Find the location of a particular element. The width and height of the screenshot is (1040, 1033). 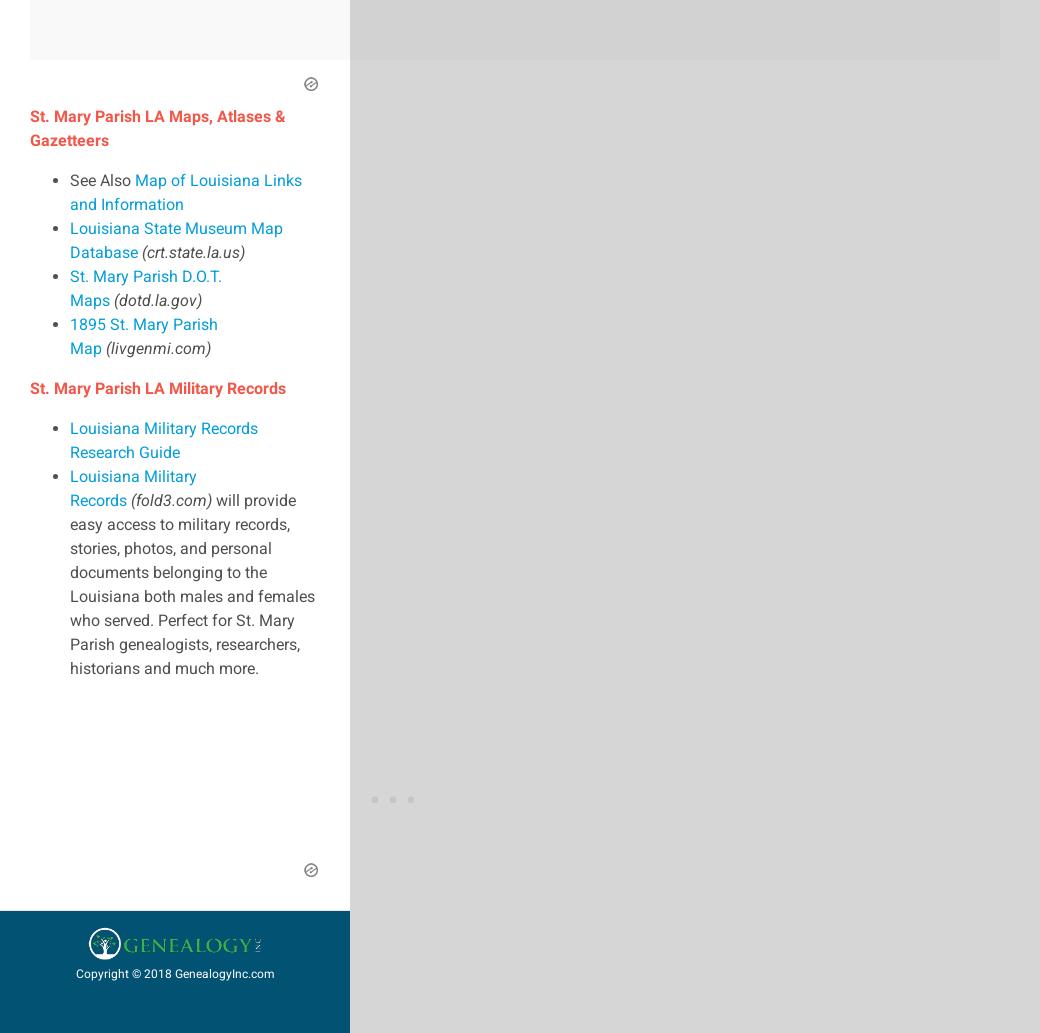

'Louisiana State Museum Map Database' is located at coordinates (176, 238).